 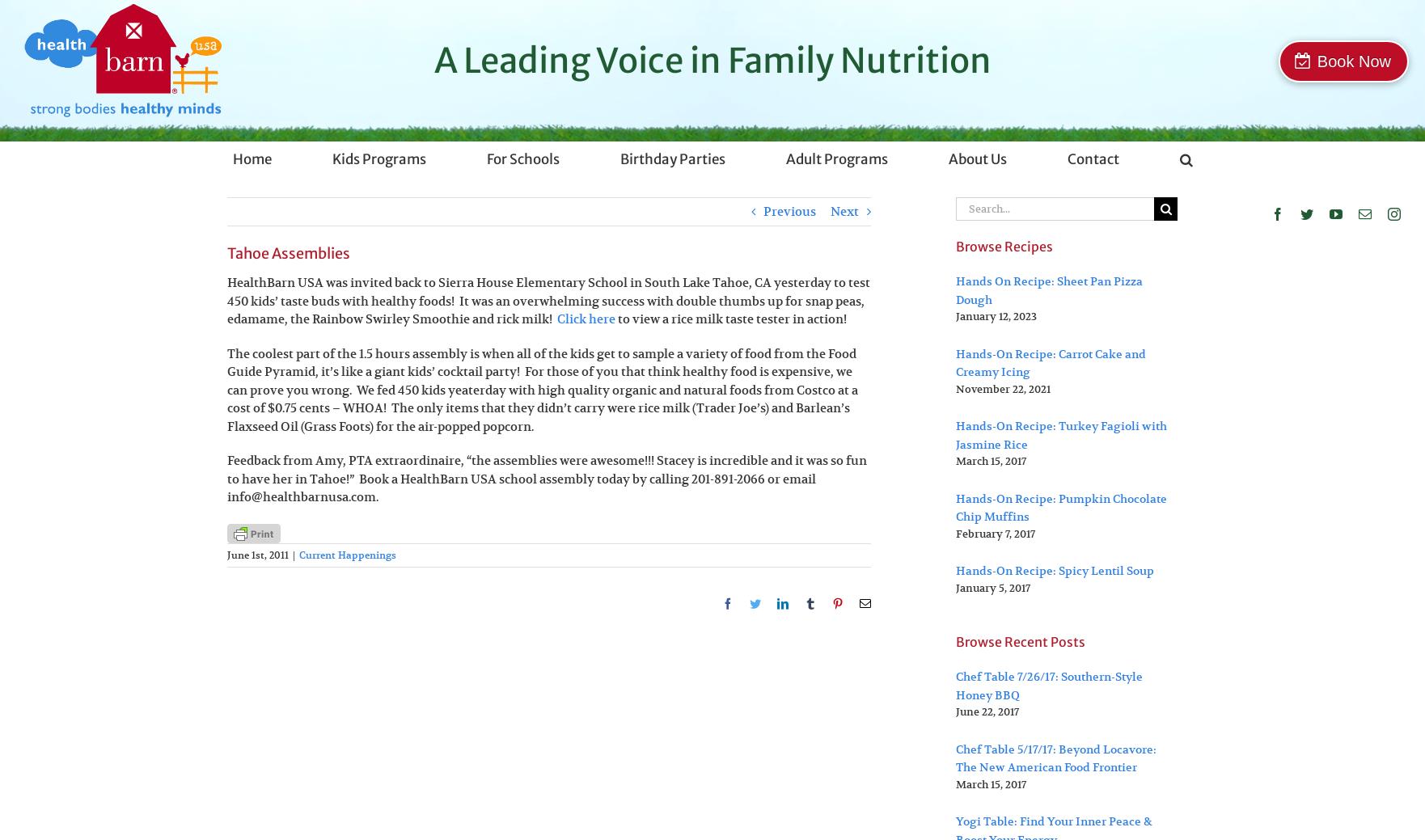 I want to click on 'Tahoe Assemblies', so click(x=288, y=253).